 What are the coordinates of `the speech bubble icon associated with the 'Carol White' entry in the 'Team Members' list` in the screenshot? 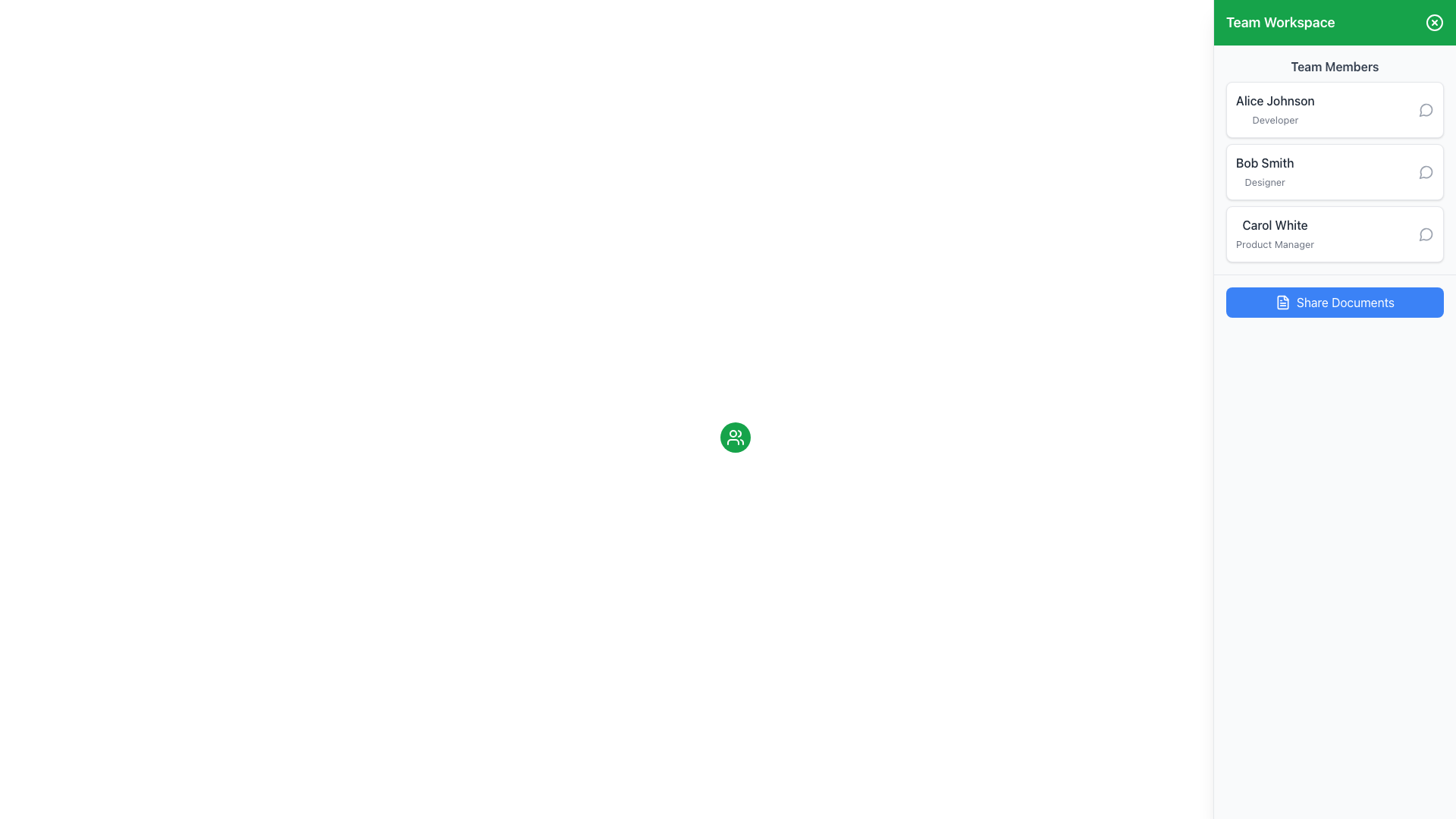 It's located at (1425, 234).